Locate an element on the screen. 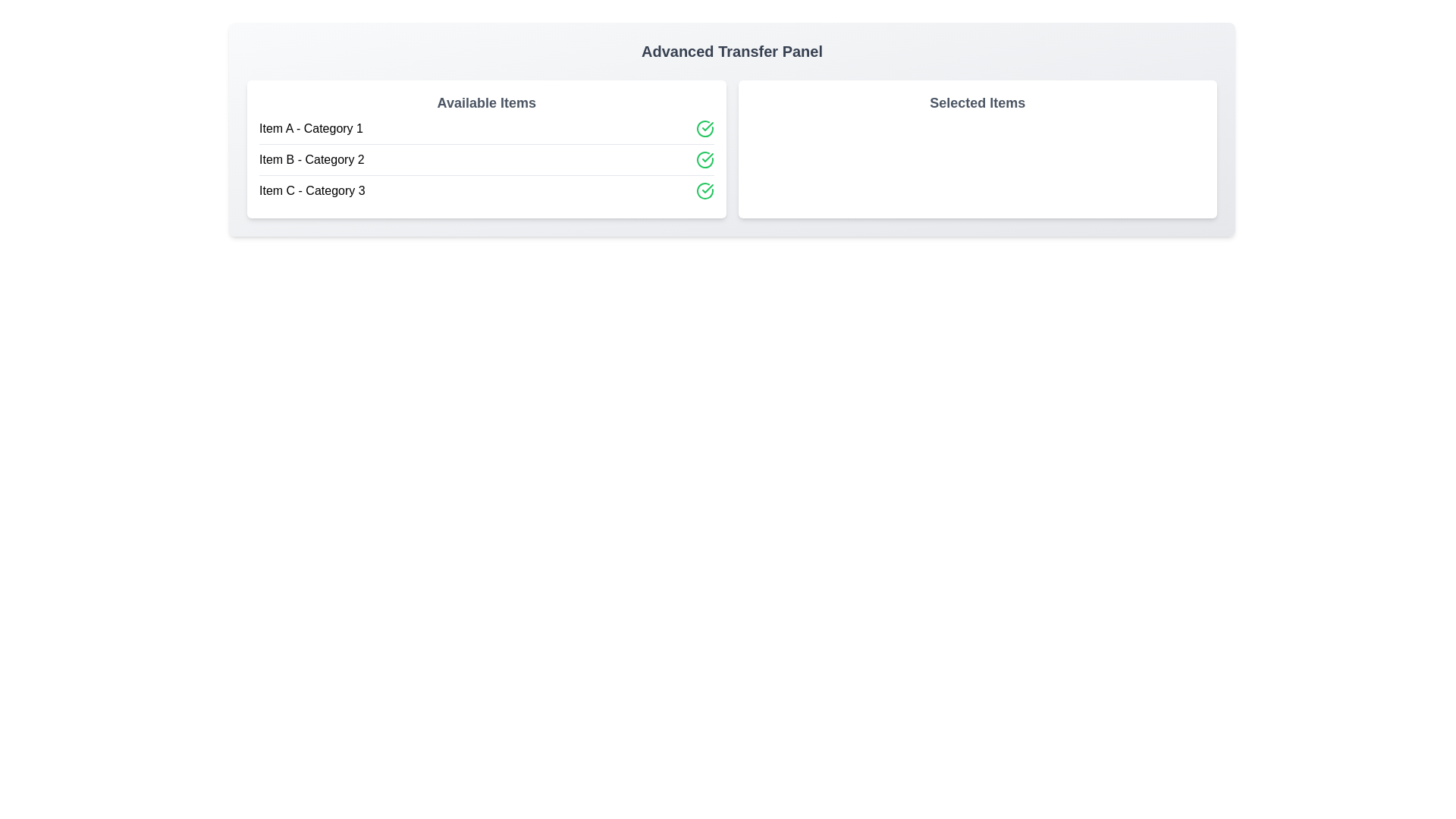 The height and width of the screenshot is (819, 1456). the items within the 'Available Items' panel, which is the first panel on the left side of the interface with a white background and rounded corners is located at coordinates (486, 149).